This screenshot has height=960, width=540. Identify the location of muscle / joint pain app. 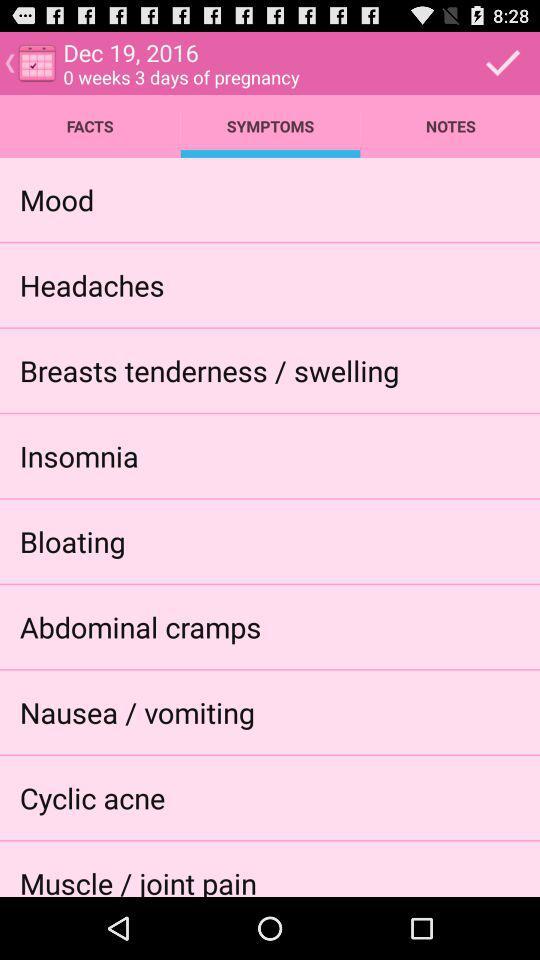
(137, 879).